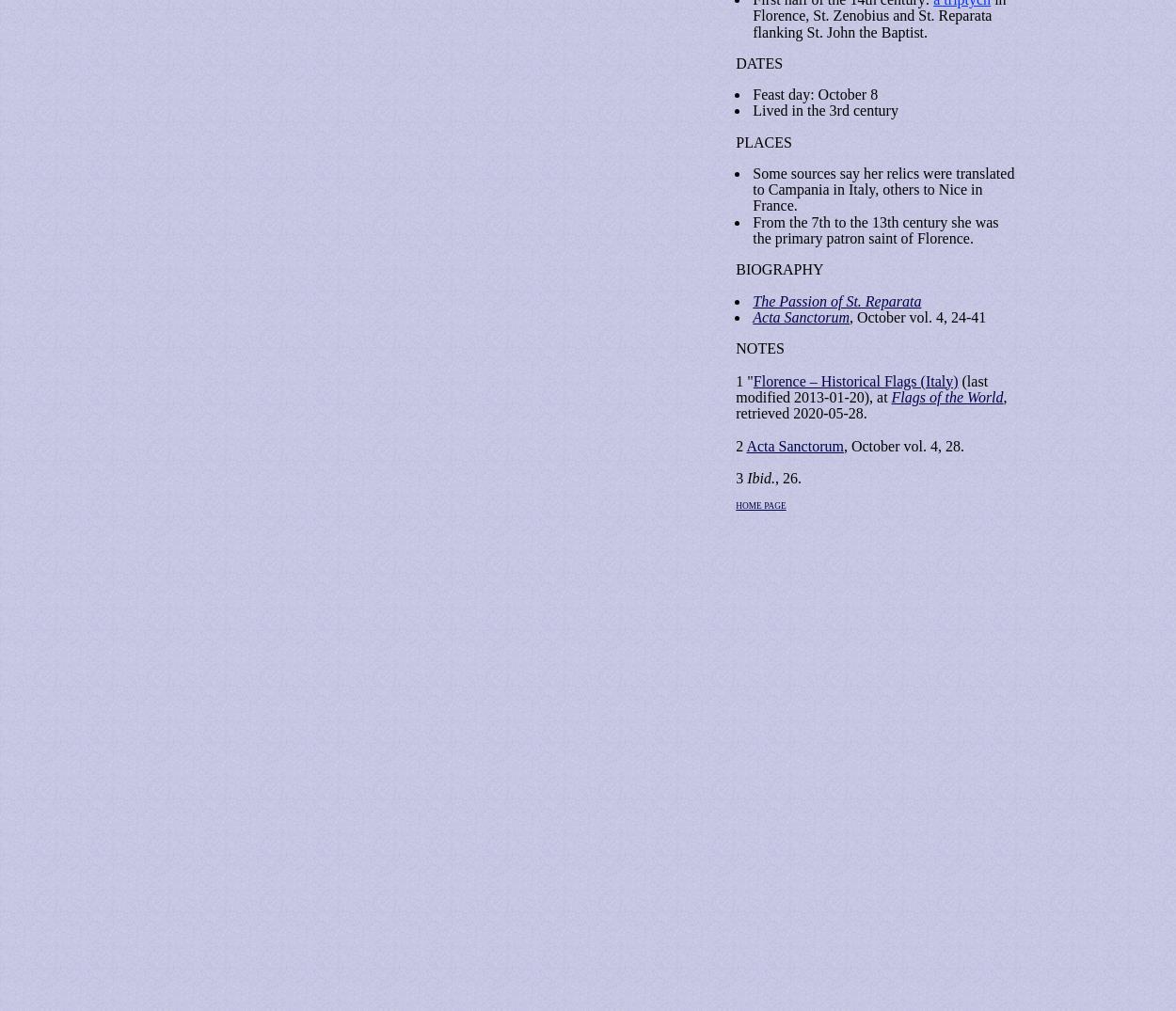 This screenshot has height=1011, width=1176. Describe the element at coordinates (763, 141) in the screenshot. I see `'PLACES'` at that location.